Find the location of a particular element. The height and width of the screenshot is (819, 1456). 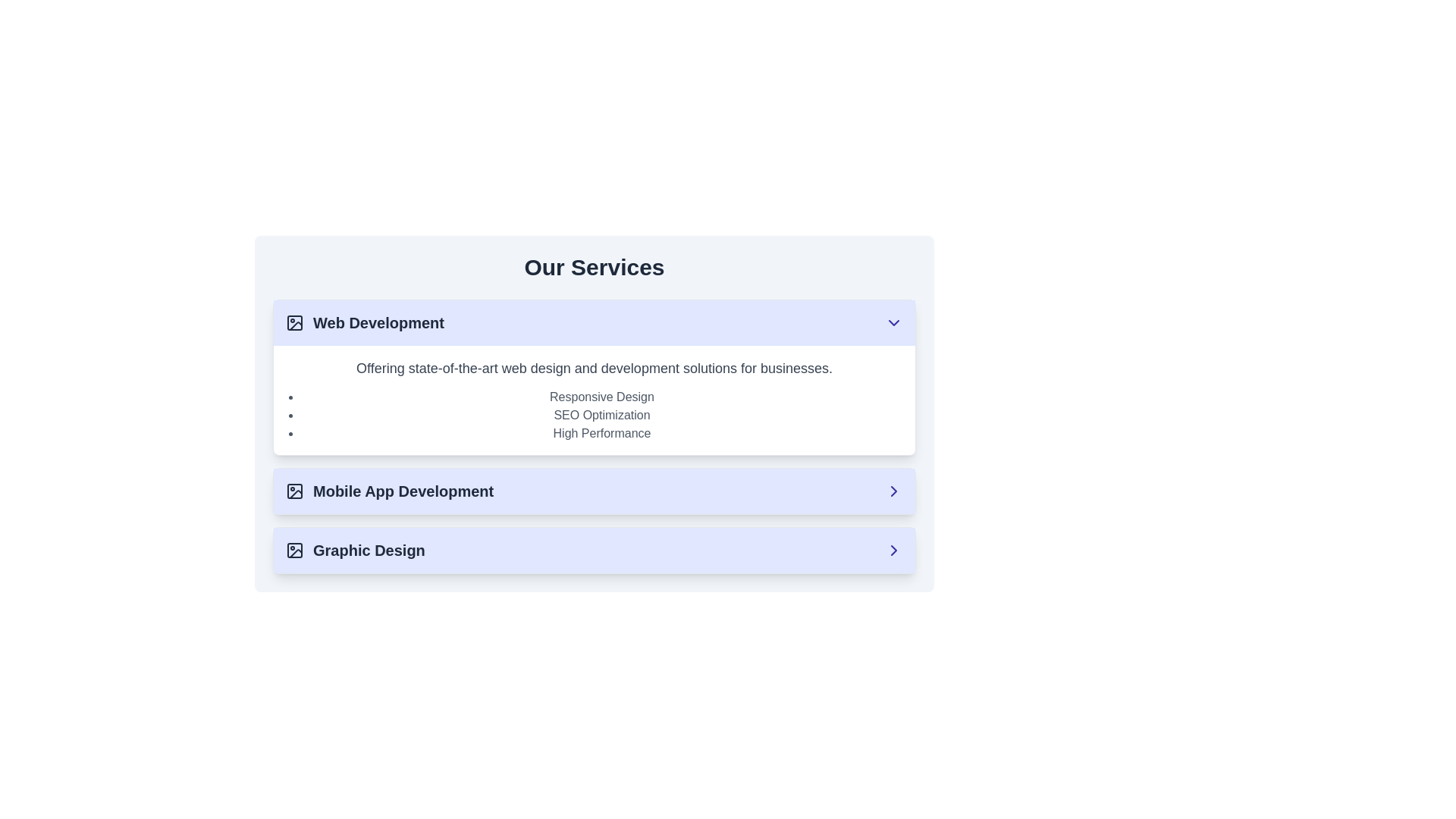

the 'Graphic Design' icon, which is located near the left edge of the third row in the services list, directly before the text label is located at coordinates (294, 550).